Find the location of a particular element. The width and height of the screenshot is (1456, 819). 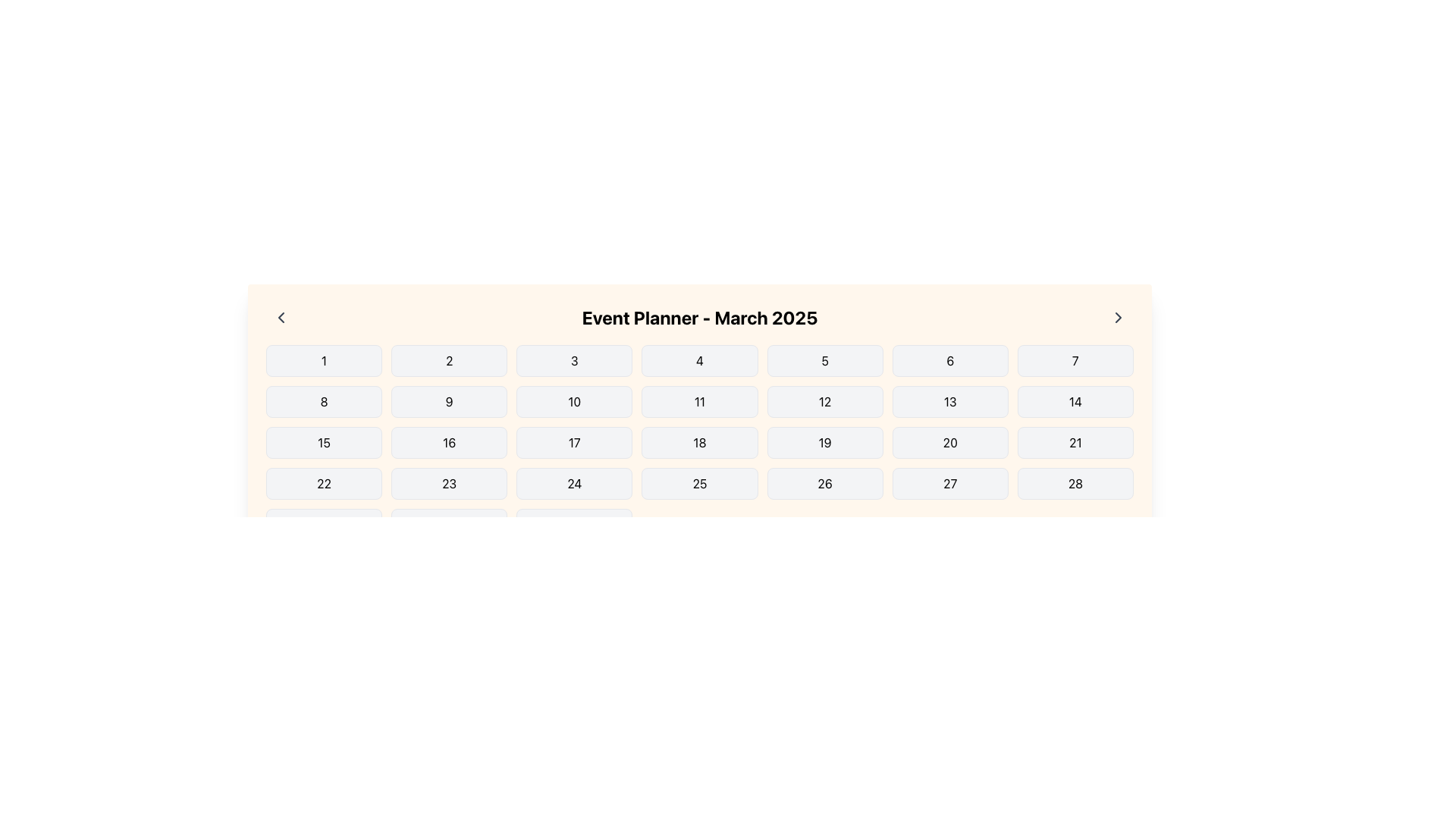

the clickable grid cell representing the day of the month in the calendar interface is located at coordinates (698, 400).